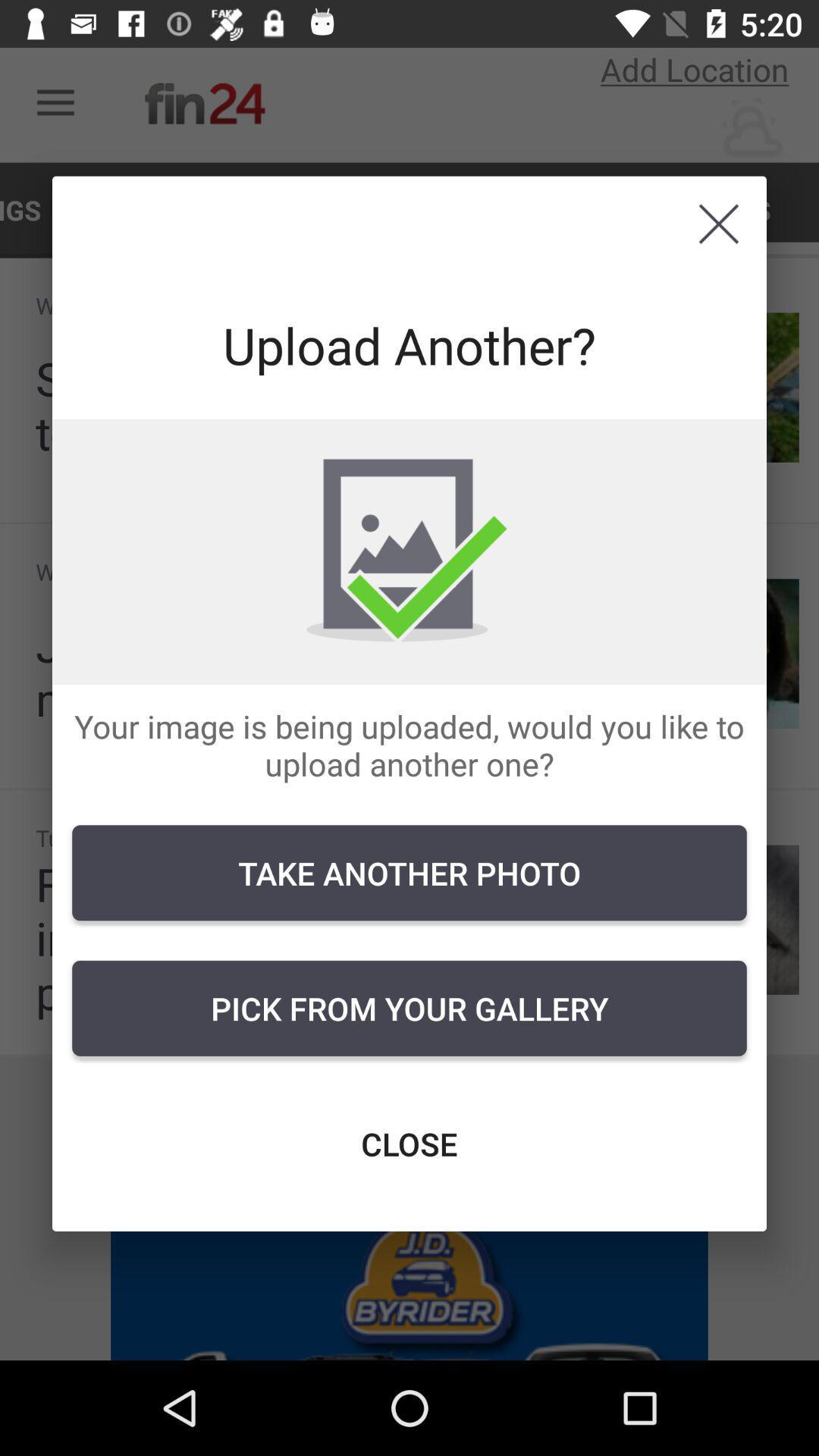 The height and width of the screenshot is (1456, 819). I want to click on function, so click(718, 223).